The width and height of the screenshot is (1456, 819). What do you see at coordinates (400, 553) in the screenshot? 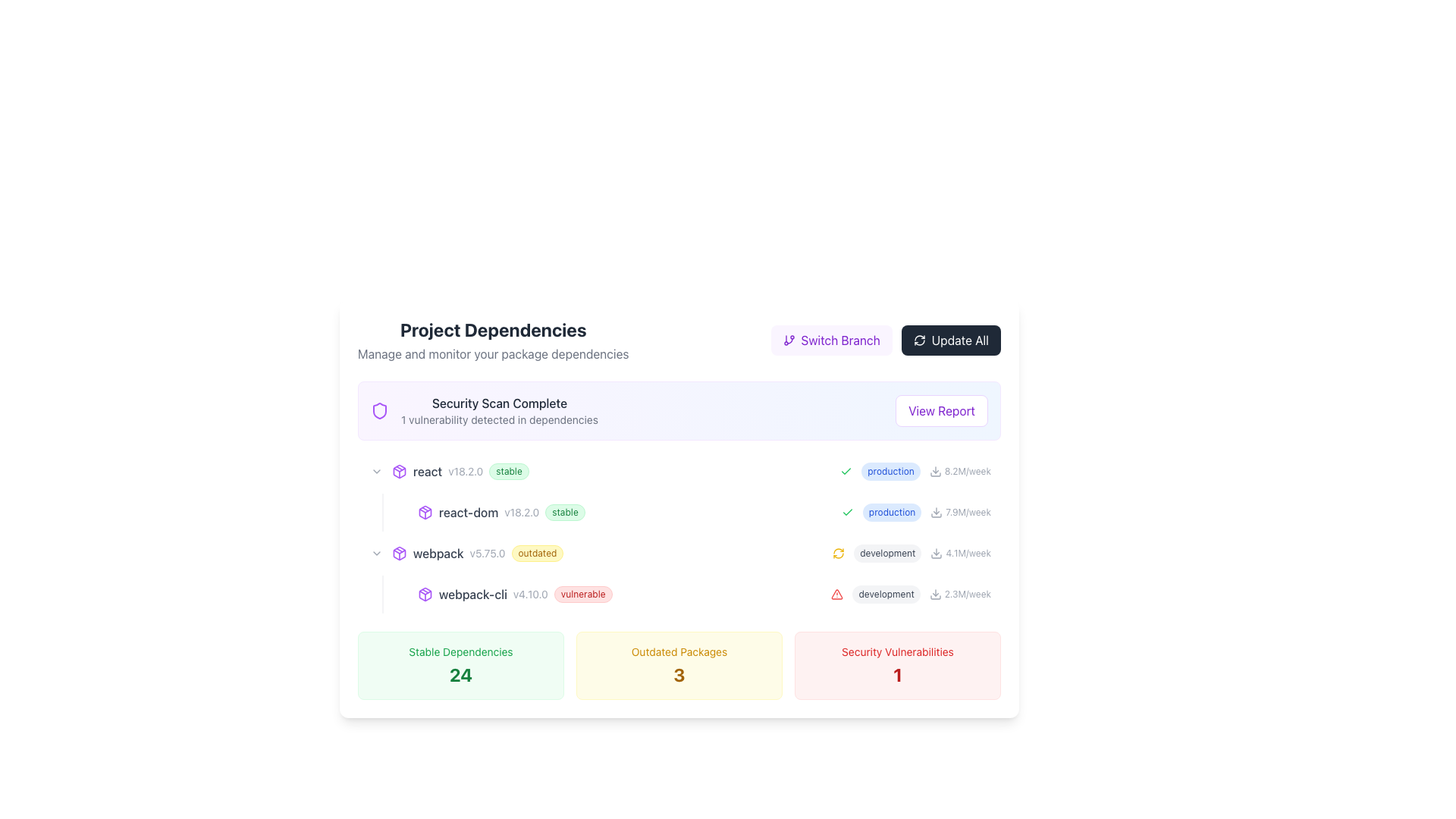
I see `the icon resembling a package box with a purple outline located to the left of the 'webpack v5.75.0 outdated' list item` at bounding box center [400, 553].